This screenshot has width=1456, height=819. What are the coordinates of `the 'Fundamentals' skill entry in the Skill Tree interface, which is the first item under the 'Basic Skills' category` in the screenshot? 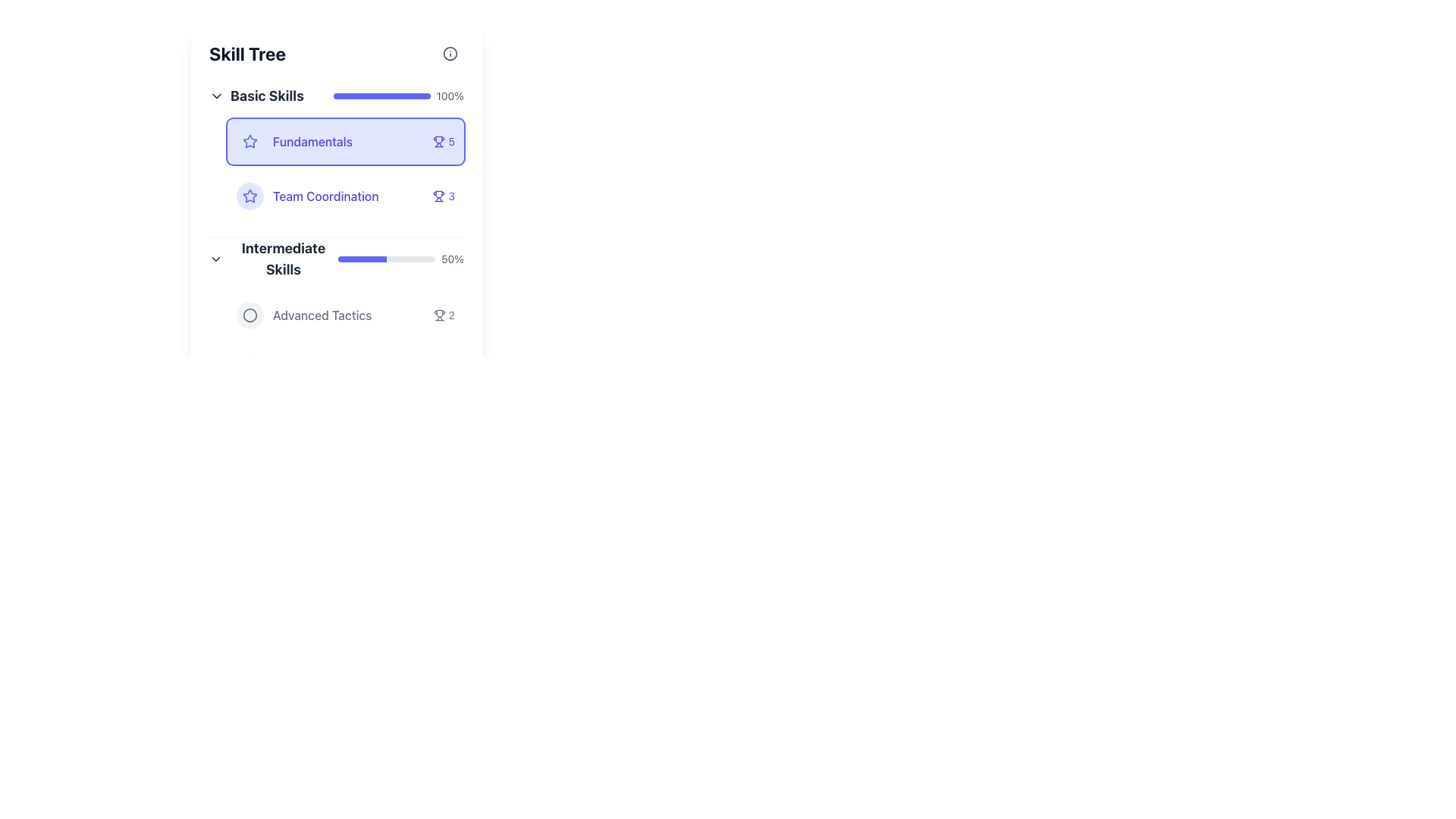 It's located at (345, 141).